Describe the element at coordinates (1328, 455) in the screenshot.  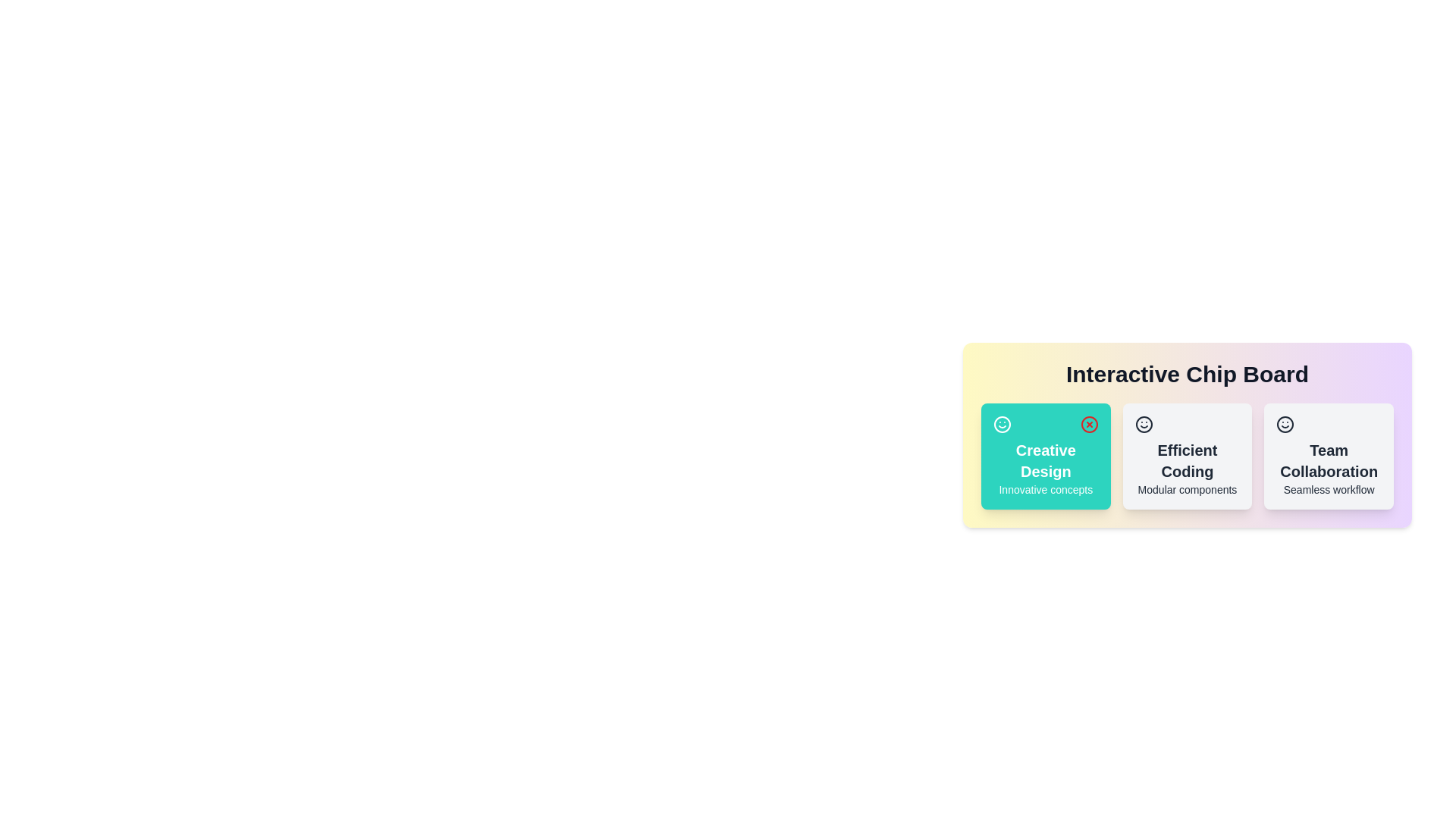
I see `the chip labeled 'Team Collaboration' to observe its hover effect` at that location.